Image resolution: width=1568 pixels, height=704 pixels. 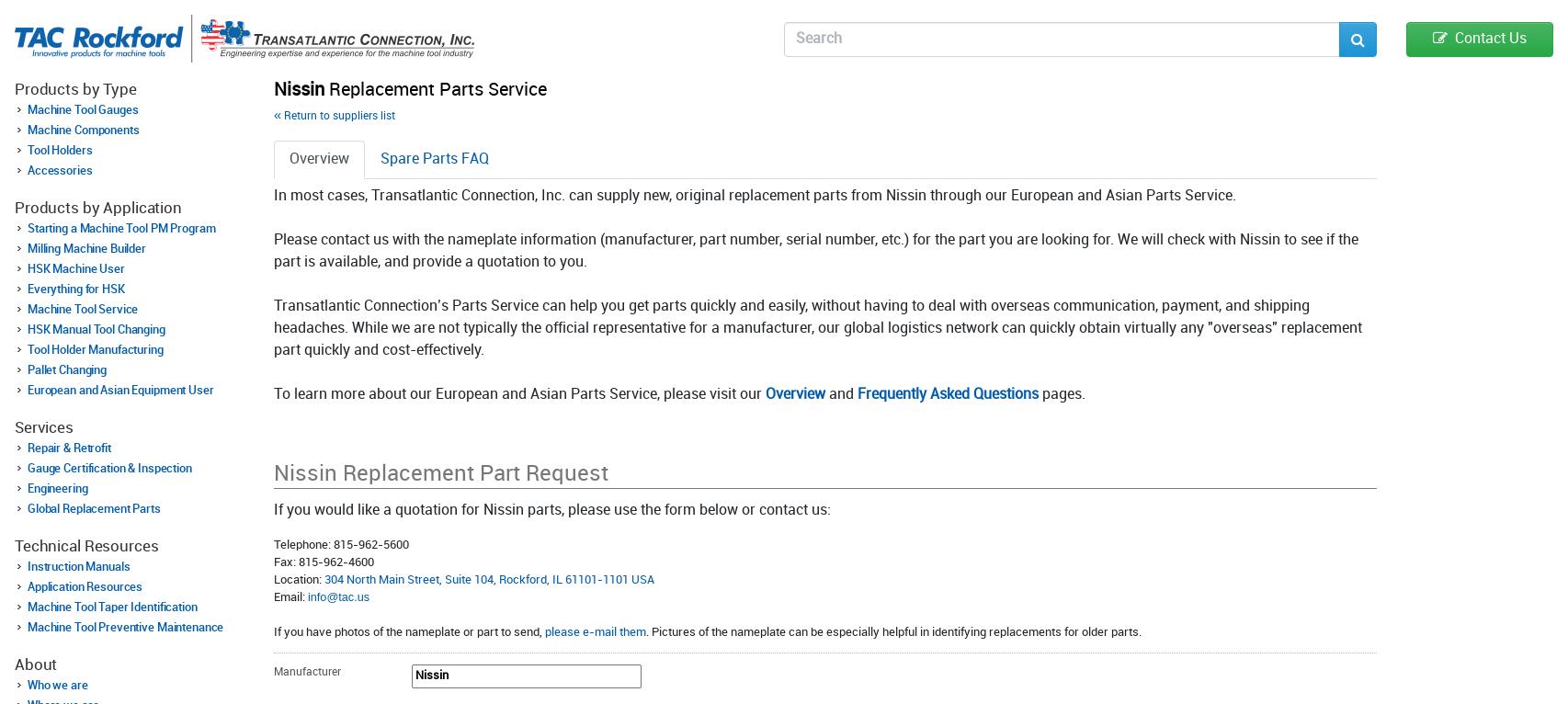 I want to click on 'Nissin', so click(x=299, y=88).